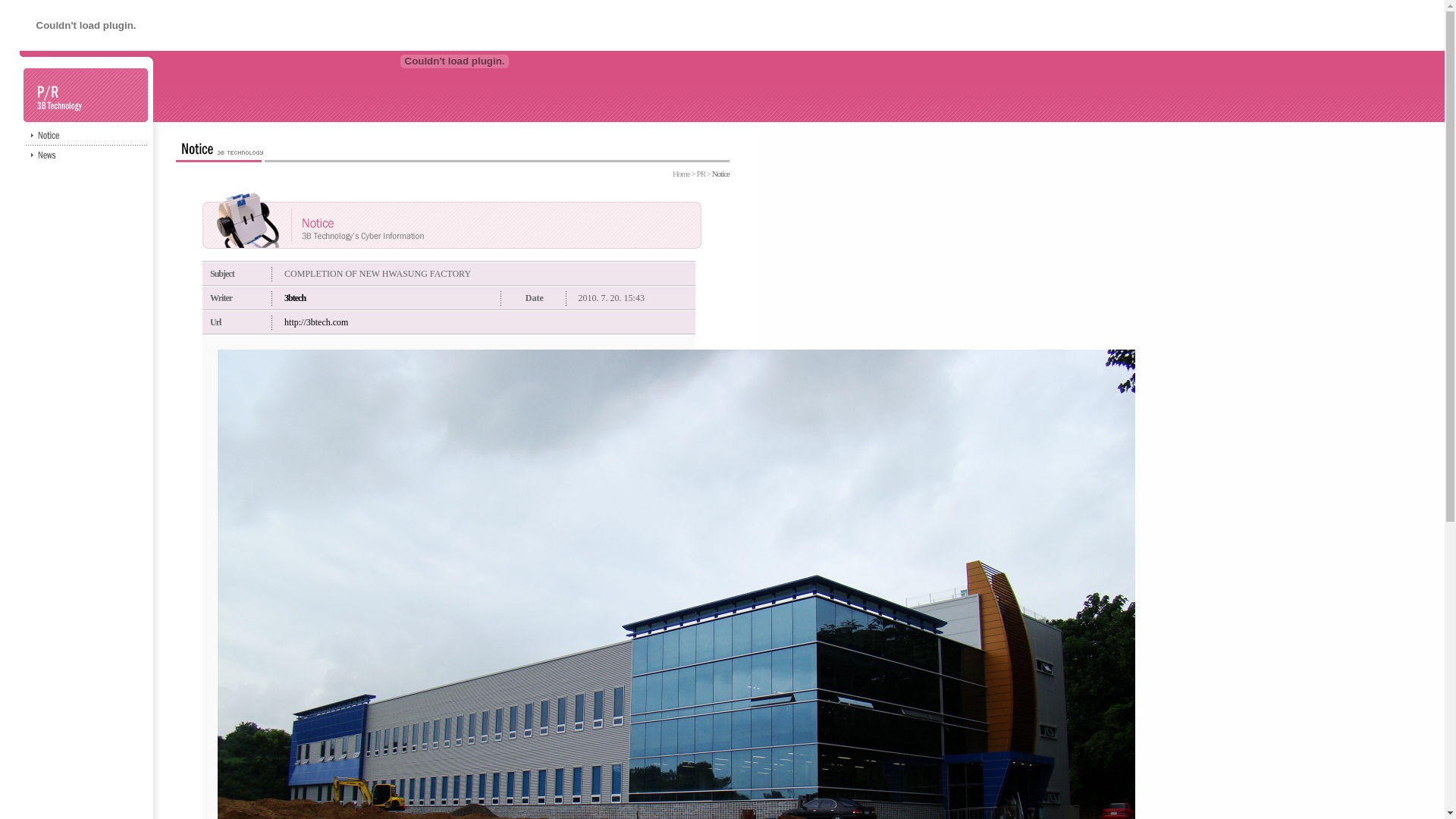 This screenshot has height=819, width=1456. Describe the element at coordinates (284, 298) in the screenshot. I see `'3btech'` at that location.